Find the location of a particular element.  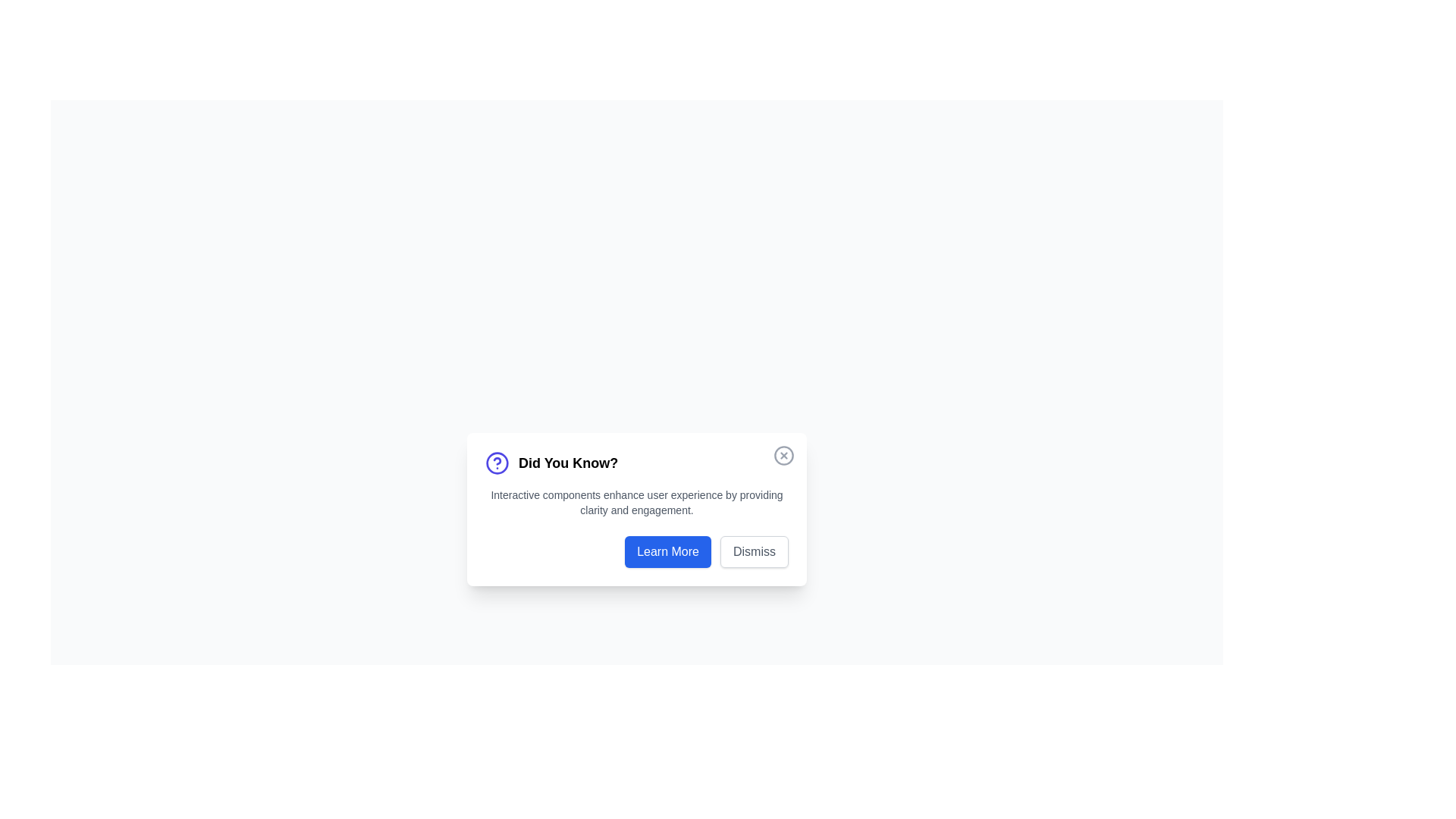

the icon to the left of the 'Did You Know?' heading in the notification dialog is located at coordinates (497, 462).